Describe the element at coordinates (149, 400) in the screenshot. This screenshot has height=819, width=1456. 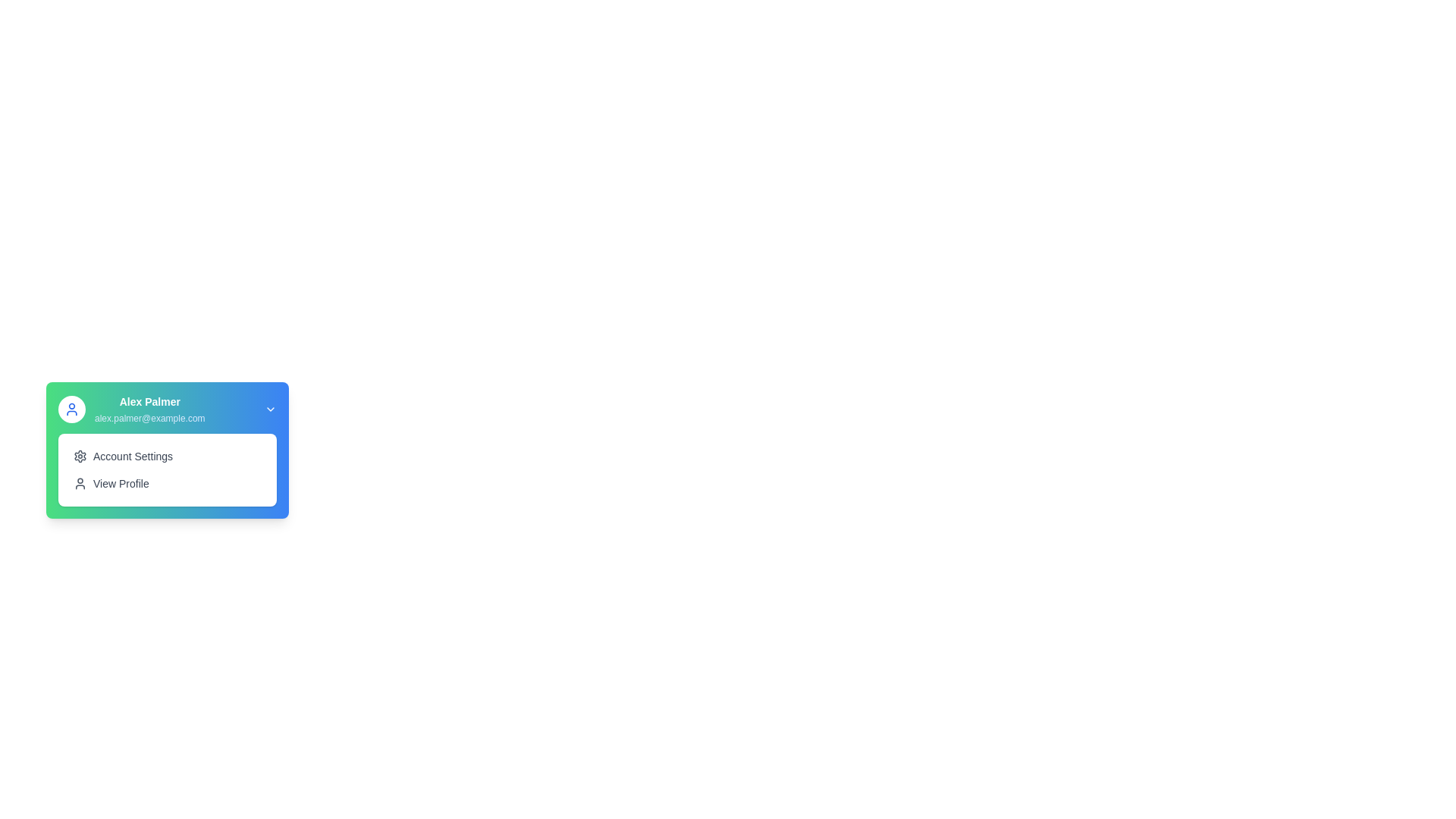
I see `the text label that identifies the user's name, positioned at the top of the card component, above the email address` at that location.